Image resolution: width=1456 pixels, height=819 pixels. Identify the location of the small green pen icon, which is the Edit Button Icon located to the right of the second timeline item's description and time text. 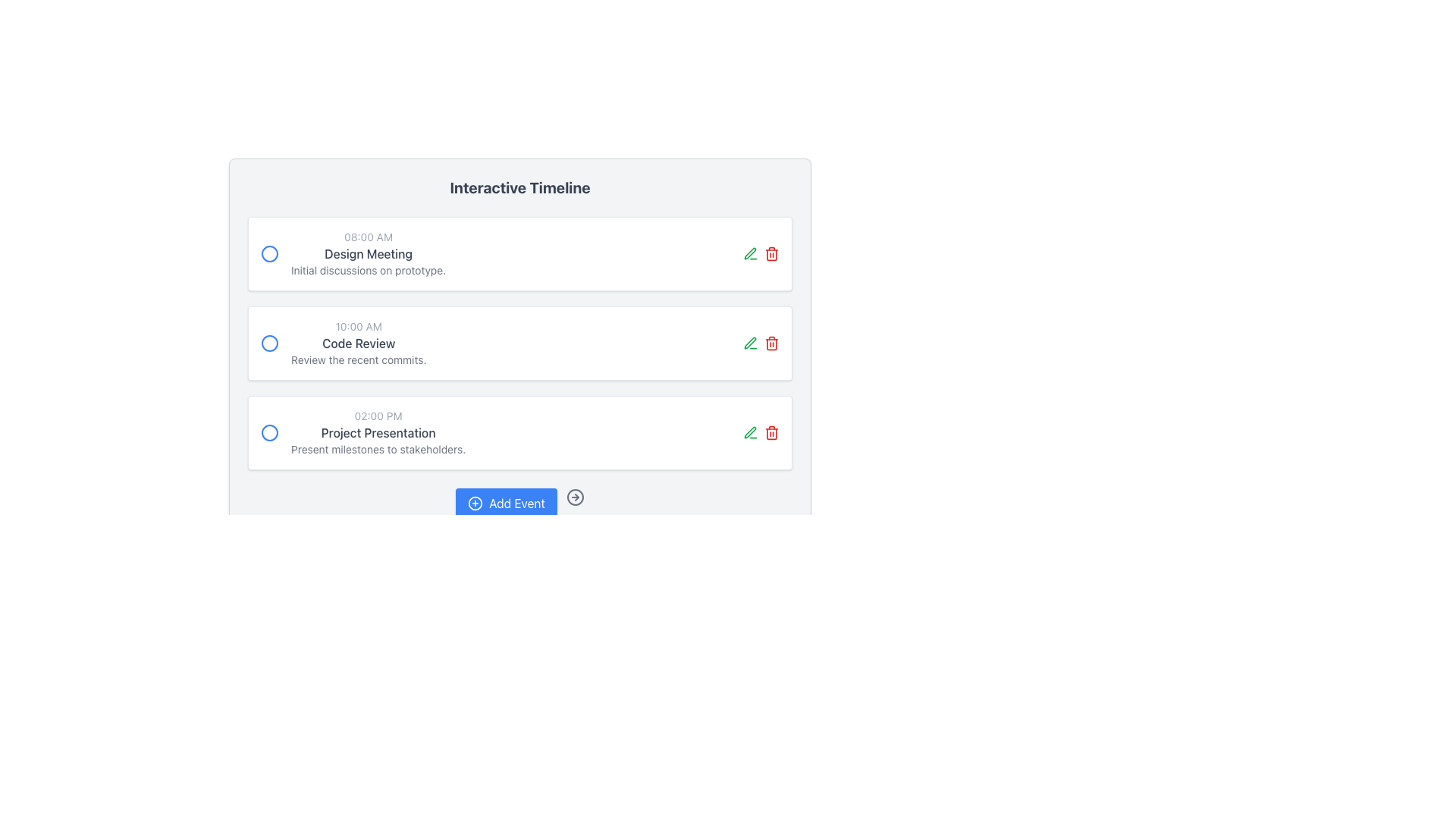
(750, 253).